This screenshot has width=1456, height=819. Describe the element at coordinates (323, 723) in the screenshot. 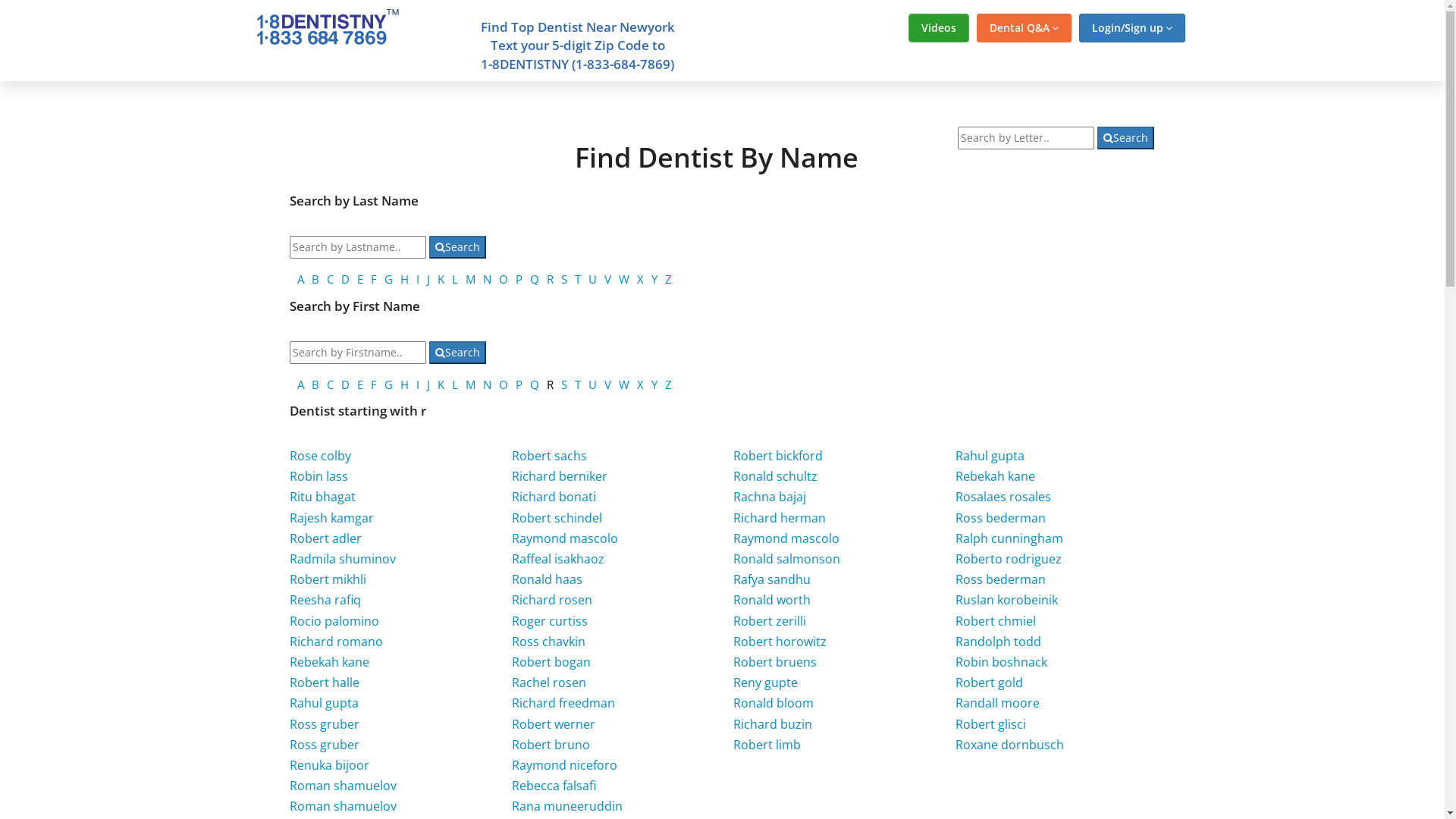

I see `'Ross gruber'` at that location.